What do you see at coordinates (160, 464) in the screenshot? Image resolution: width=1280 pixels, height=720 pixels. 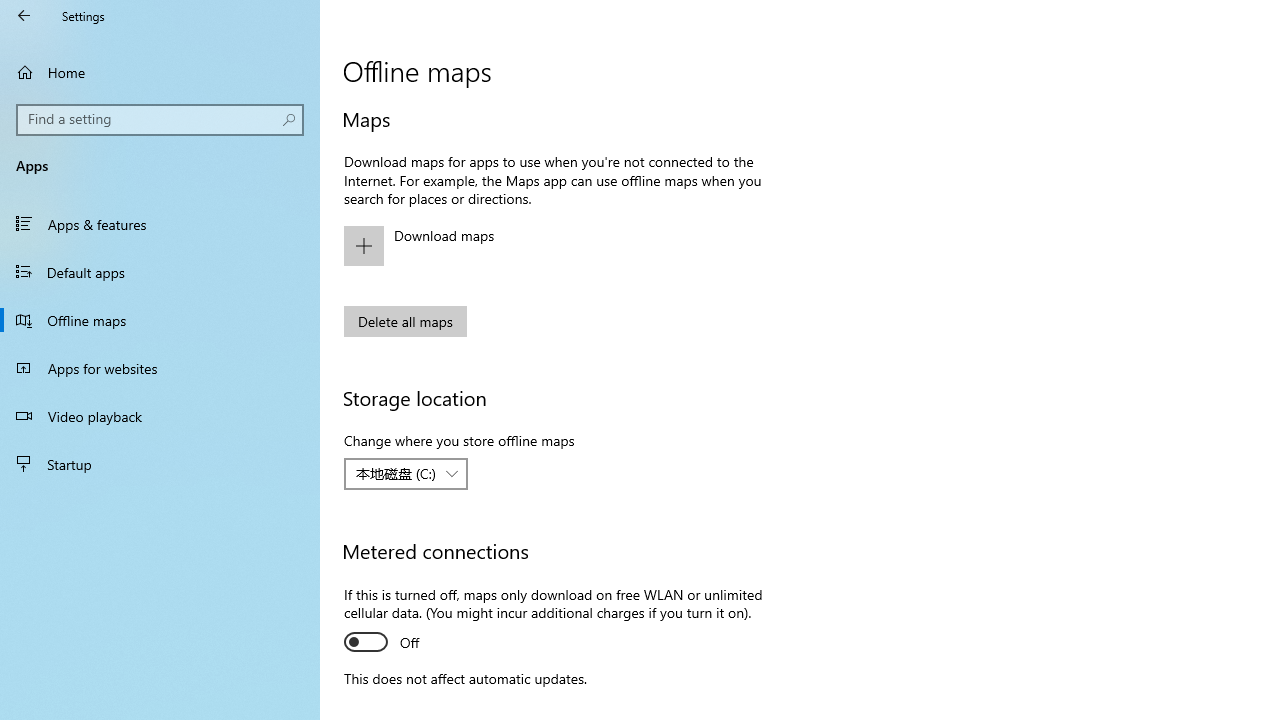 I see `'Startup'` at bounding box center [160, 464].